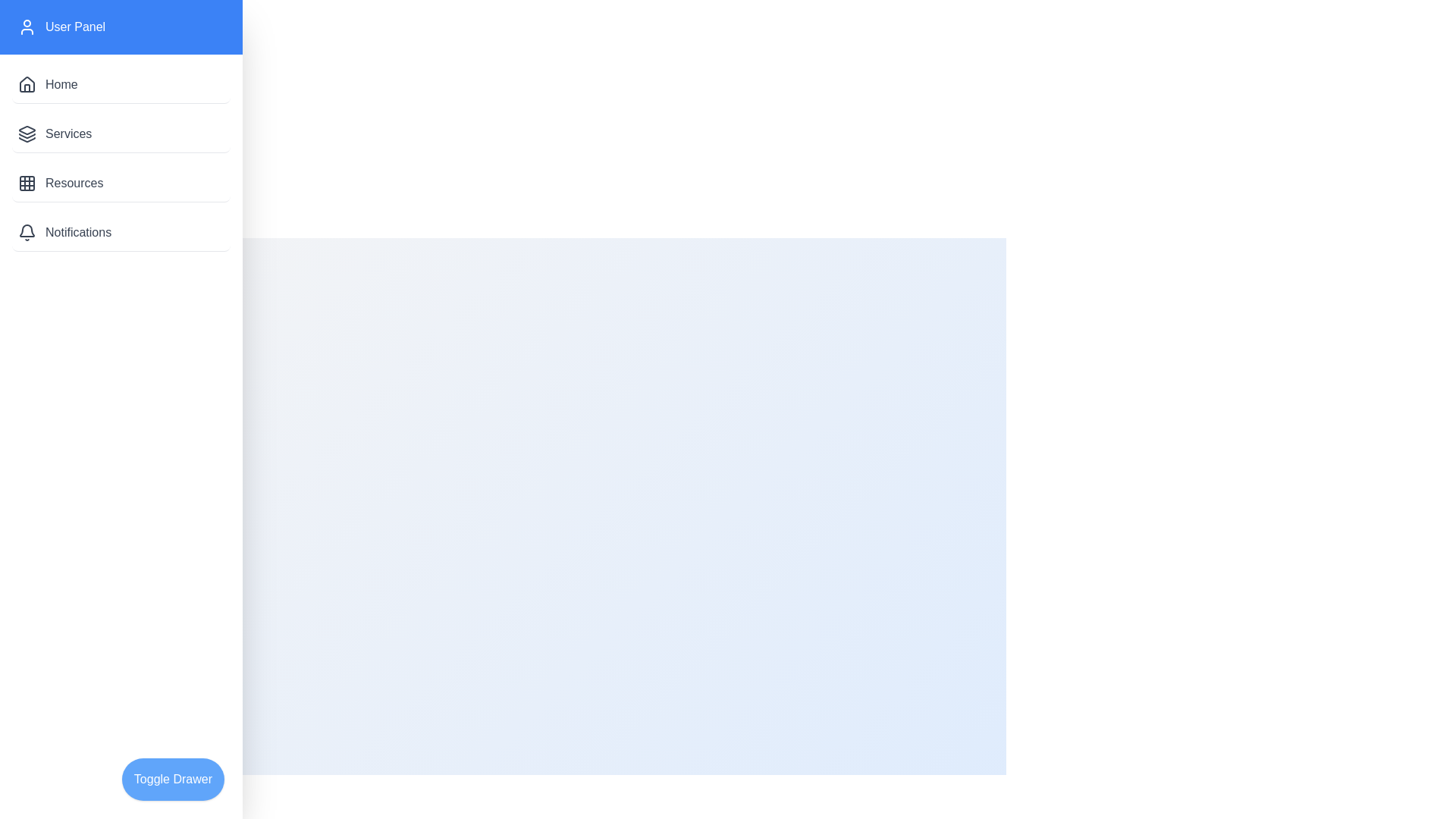 The width and height of the screenshot is (1456, 819). What do you see at coordinates (120, 133) in the screenshot?
I see `the menu item Services in the drawer` at bounding box center [120, 133].